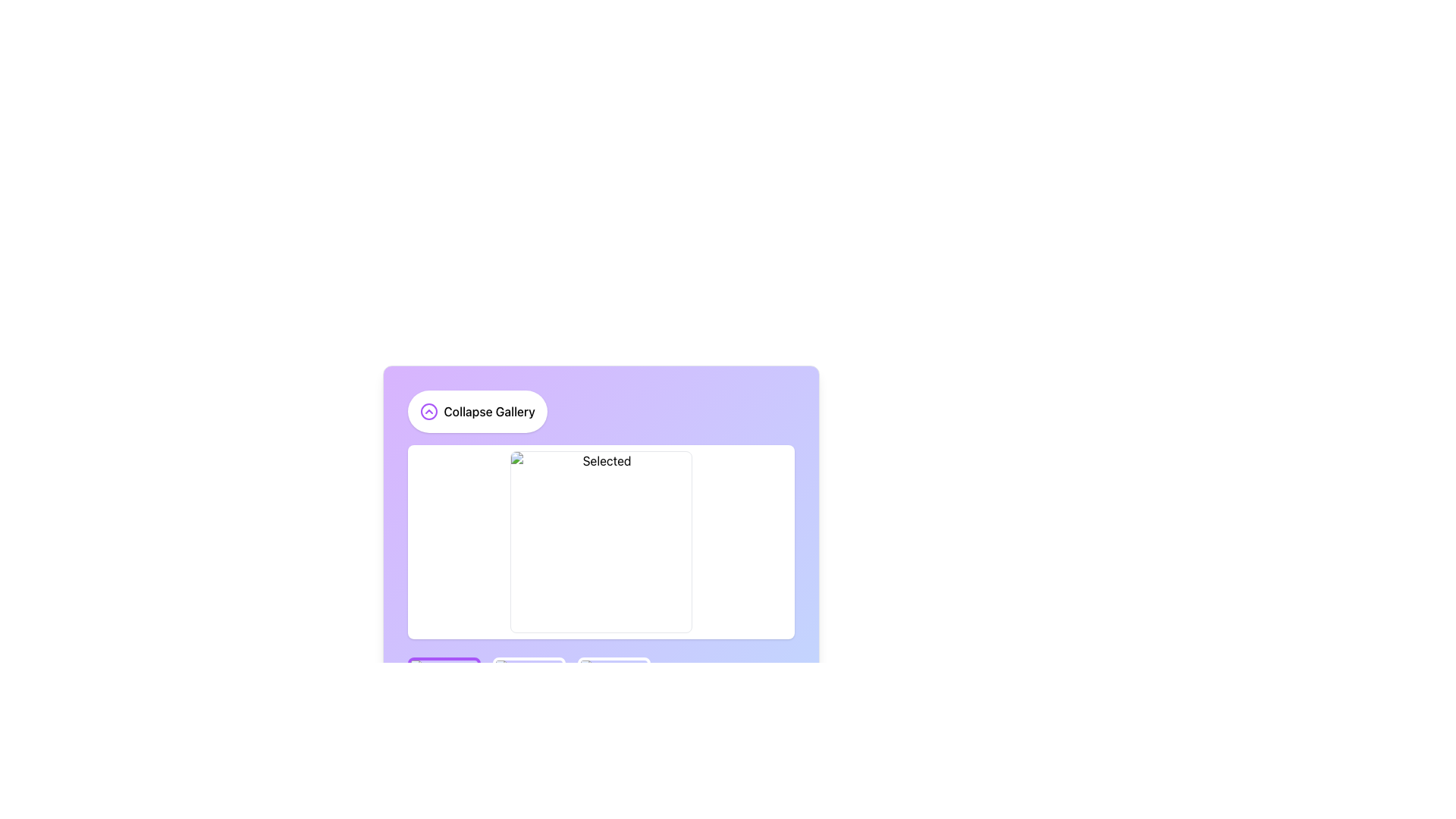 Image resolution: width=1456 pixels, height=819 pixels. What do you see at coordinates (428, 412) in the screenshot?
I see `the circular icon button with a white outlined chevron pointing upwards, which is part of the 'Collapse Gallery' button located at the top-left corner of the light purple panel` at bounding box center [428, 412].